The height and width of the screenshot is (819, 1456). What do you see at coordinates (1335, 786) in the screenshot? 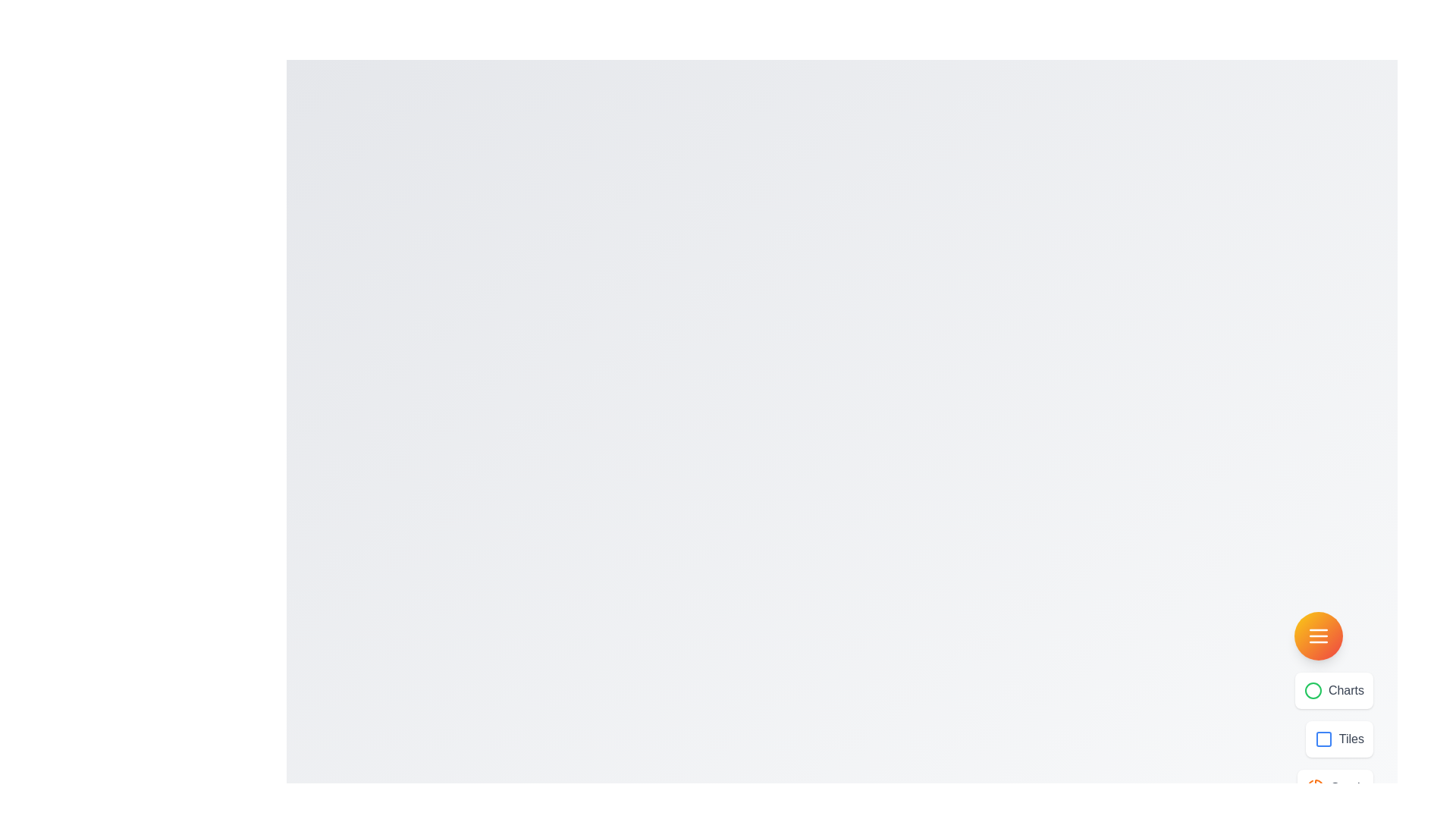
I see `the menu option labeled Graph` at bounding box center [1335, 786].